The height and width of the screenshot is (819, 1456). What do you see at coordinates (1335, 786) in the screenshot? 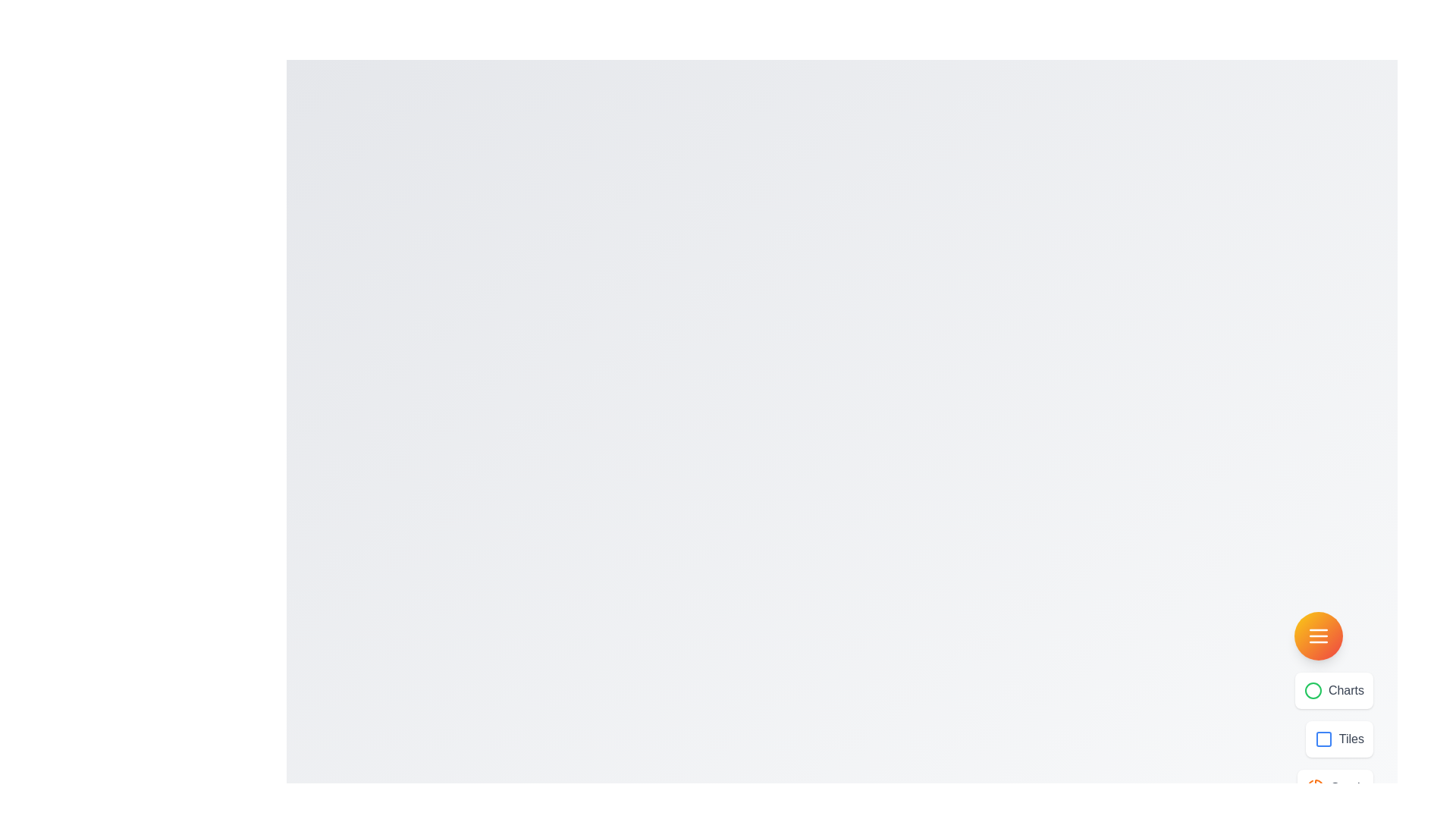
I see `the menu option labeled Graph` at bounding box center [1335, 786].